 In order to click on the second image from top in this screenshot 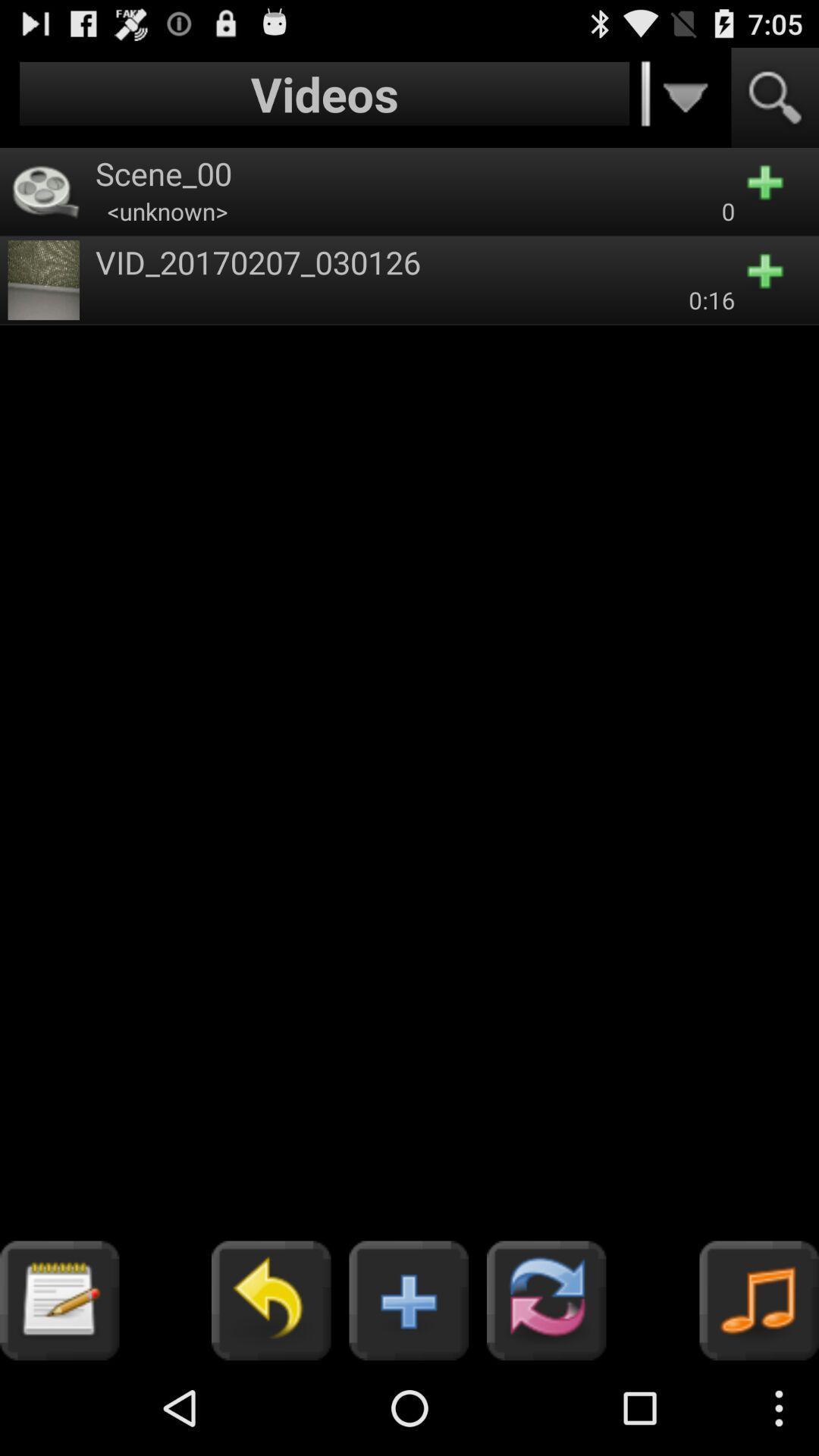, I will do `click(42, 280)`.